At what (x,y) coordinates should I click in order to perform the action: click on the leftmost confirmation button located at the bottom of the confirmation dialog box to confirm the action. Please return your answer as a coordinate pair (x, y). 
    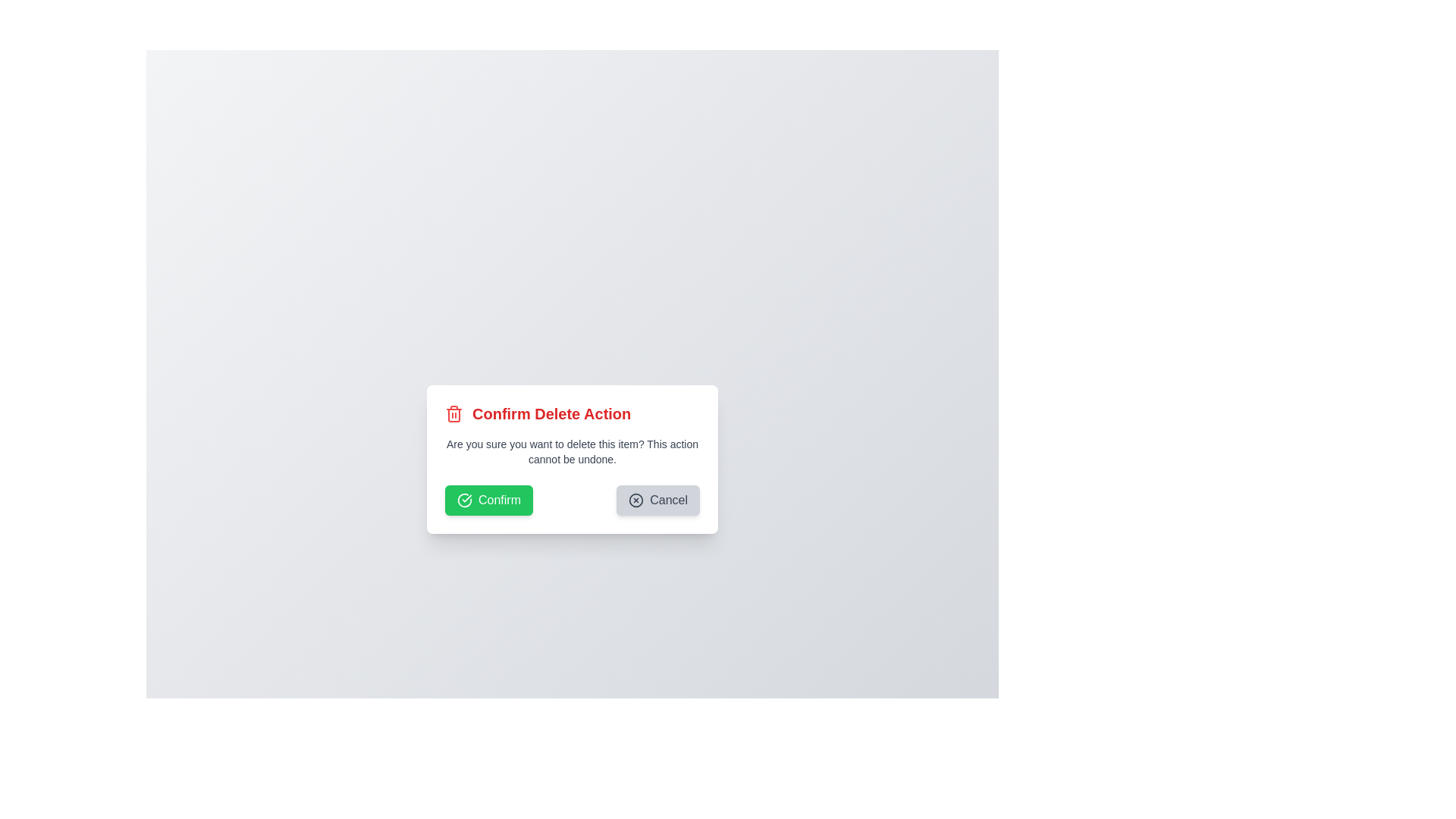
    Looking at the image, I should click on (488, 500).